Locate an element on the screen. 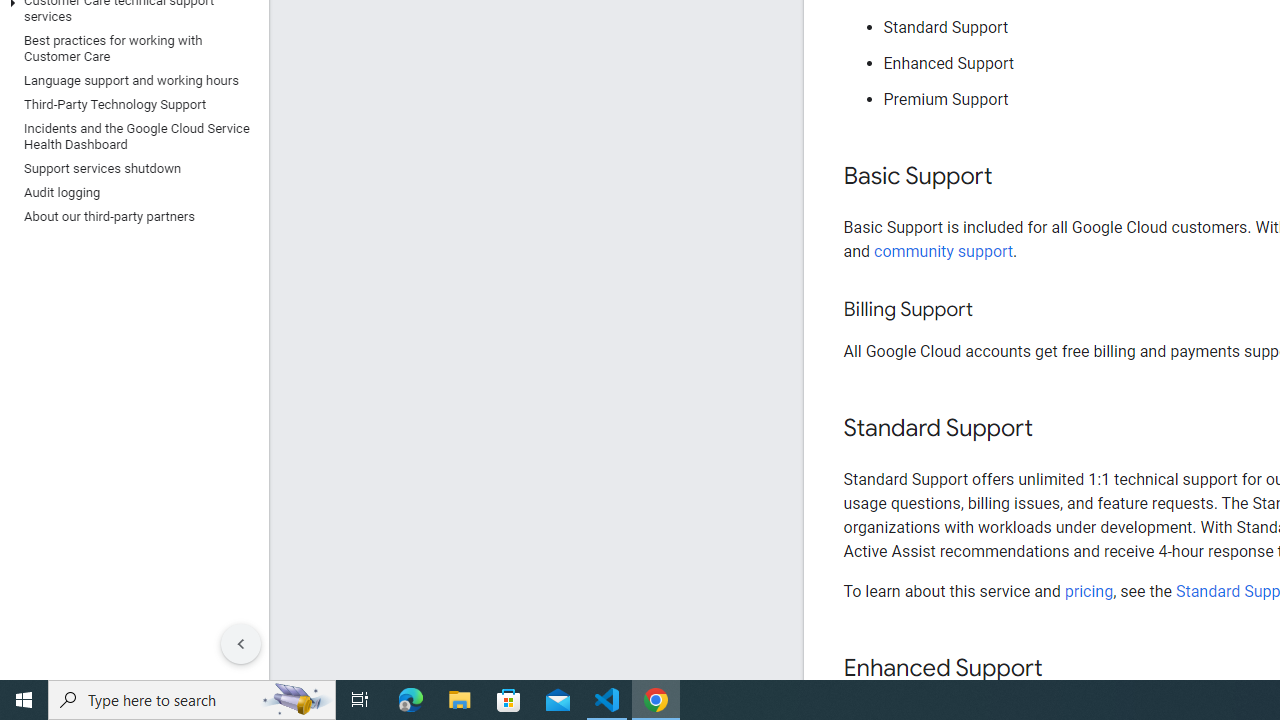 Image resolution: width=1280 pixels, height=720 pixels. 'pricing' is located at coordinates (1087, 590).